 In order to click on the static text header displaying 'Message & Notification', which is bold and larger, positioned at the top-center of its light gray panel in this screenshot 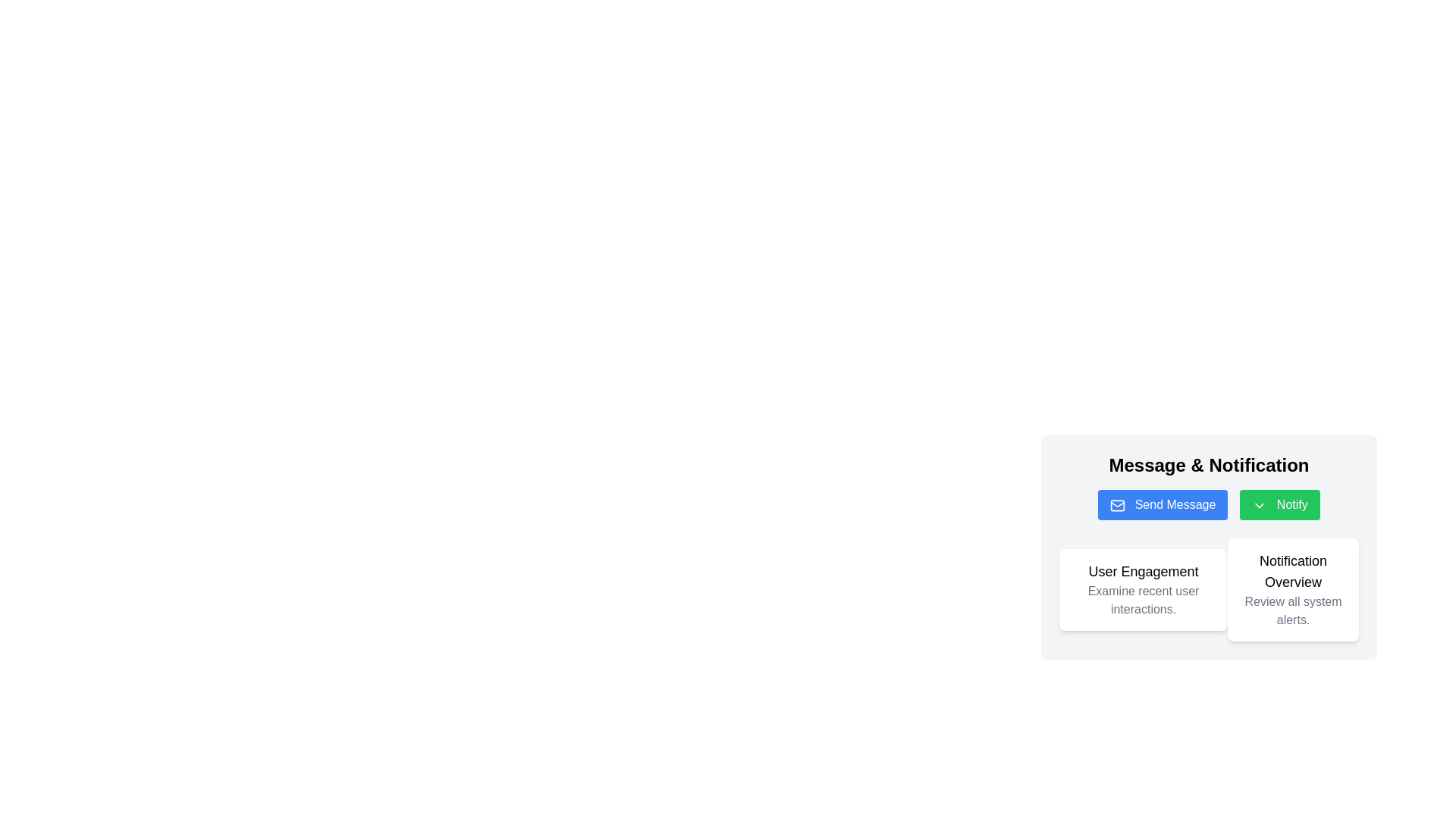, I will do `click(1208, 464)`.